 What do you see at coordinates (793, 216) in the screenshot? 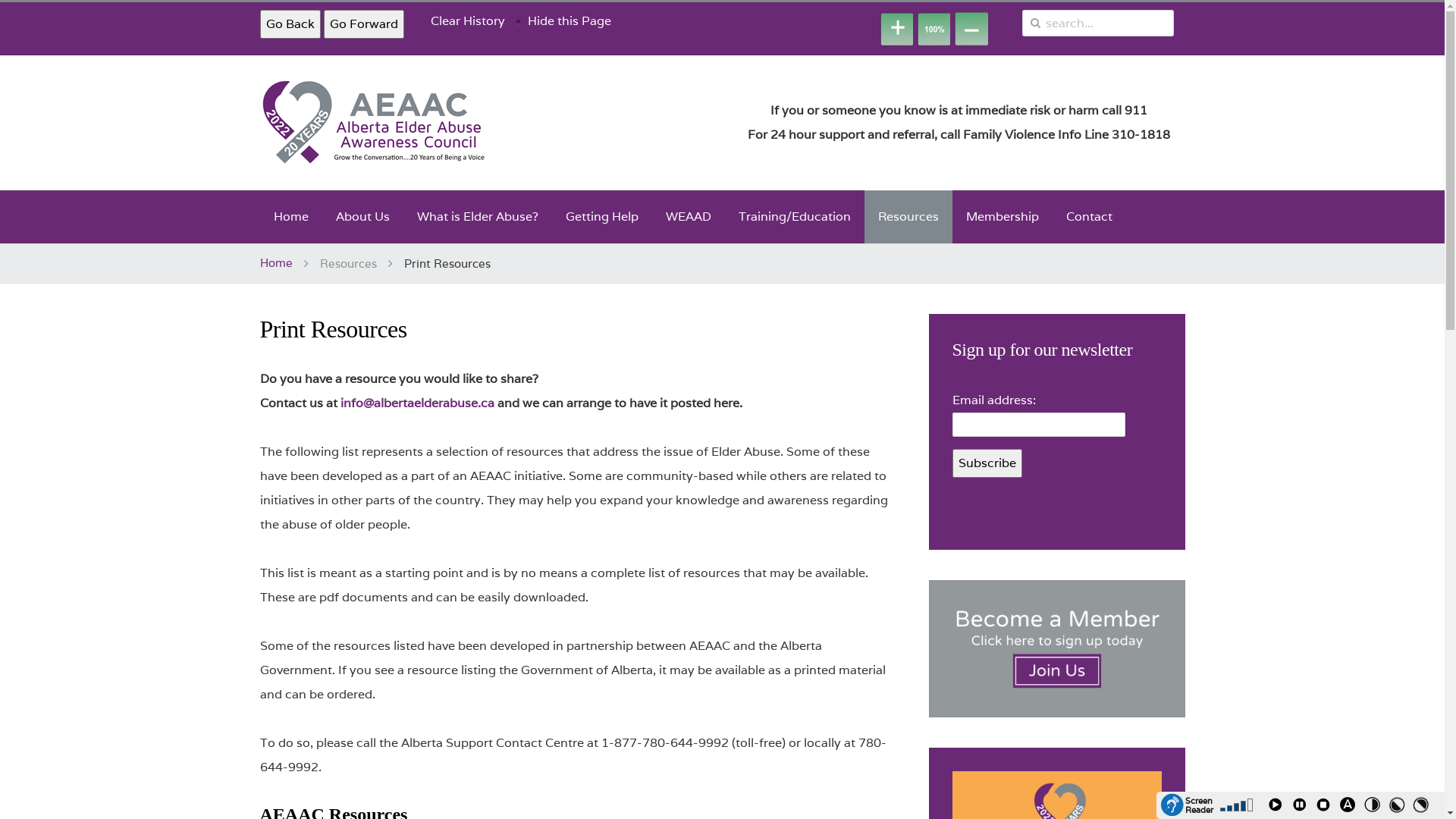
I see `'Training/Education'` at bounding box center [793, 216].